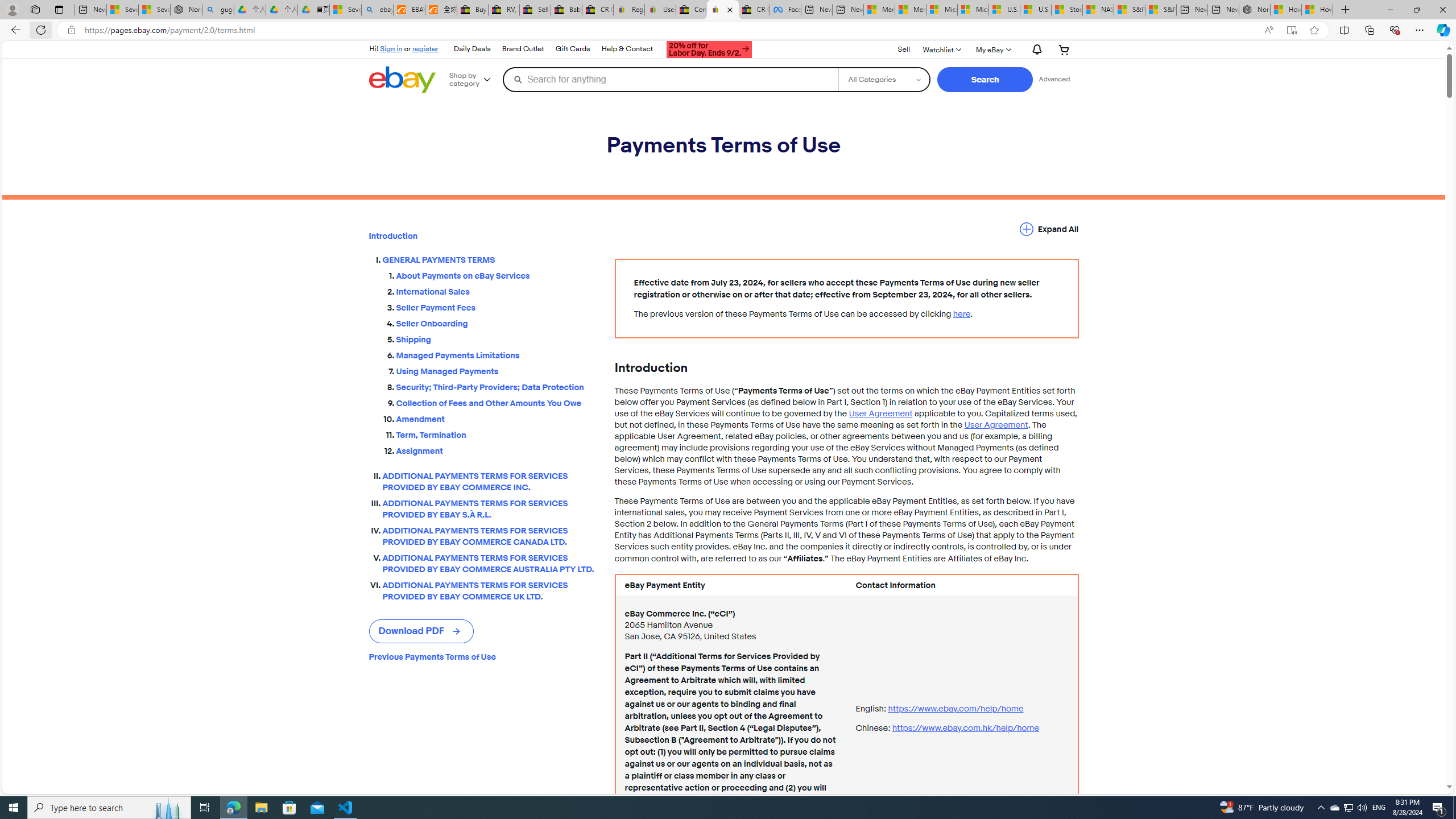  What do you see at coordinates (496, 340) in the screenshot?
I see `'Shipping'` at bounding box center [496, 340].